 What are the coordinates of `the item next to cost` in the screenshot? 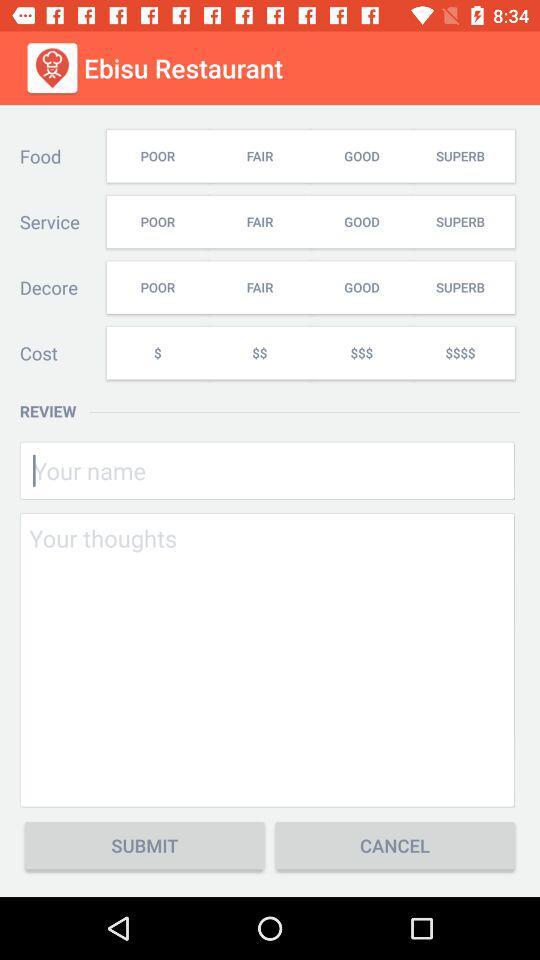 It's located at (156, 353).